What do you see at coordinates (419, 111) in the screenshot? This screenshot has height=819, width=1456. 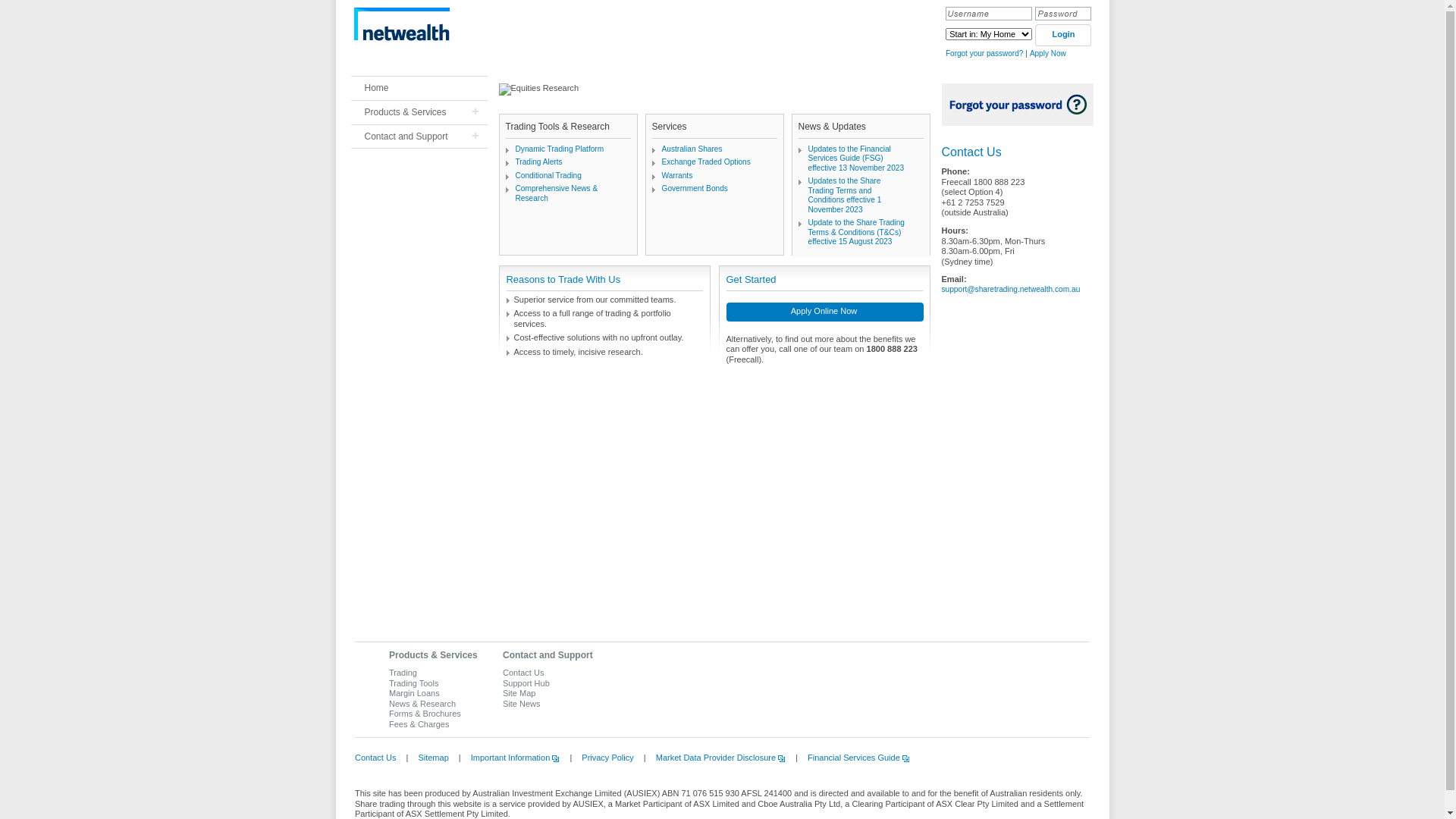 I see `'Products & Services'` at bounding box center [419, 111].